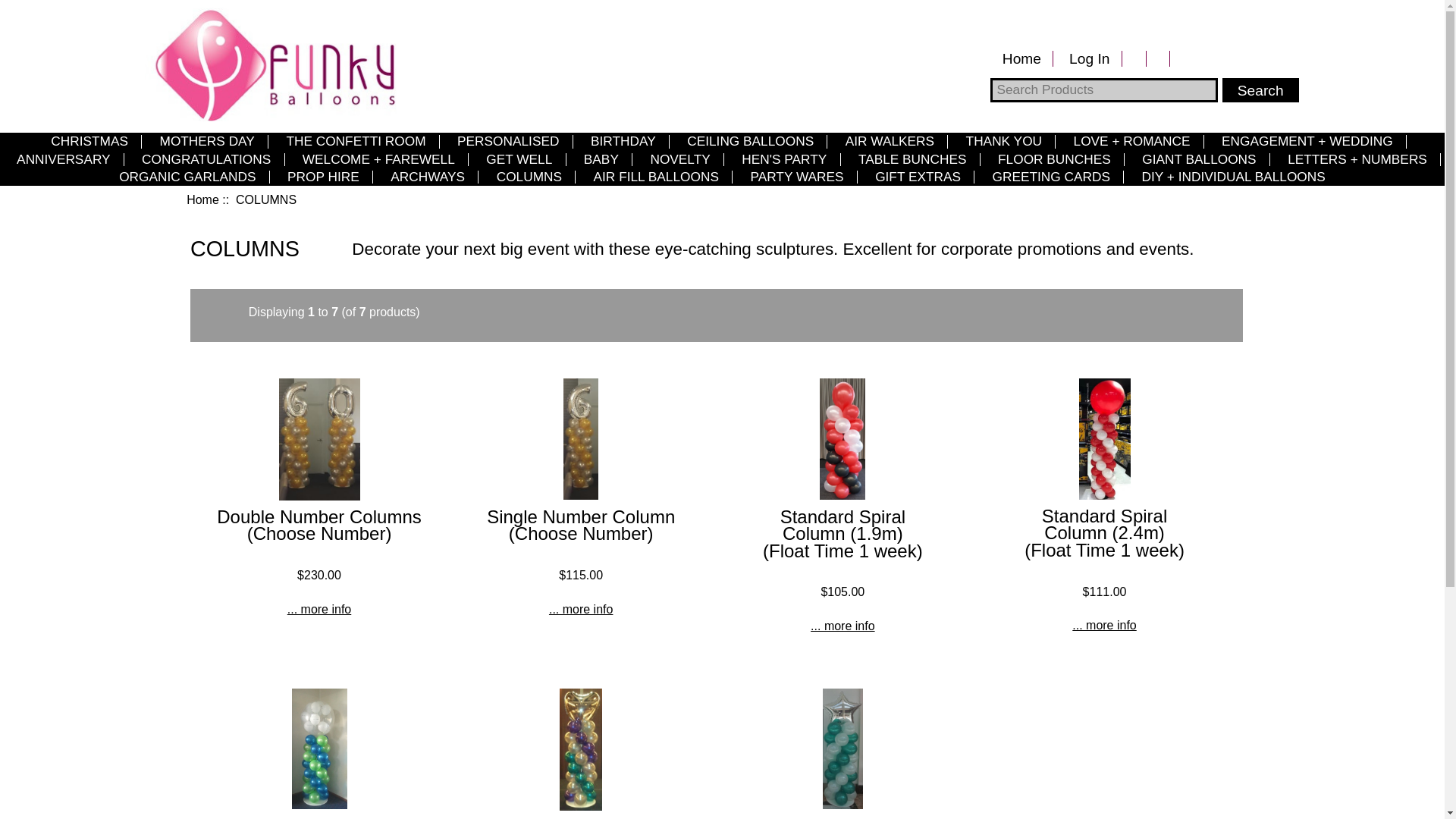 This screenshot has width=1456, height=819. I want to click on 'ORGANIC GARLANDS', so click(187, 176).